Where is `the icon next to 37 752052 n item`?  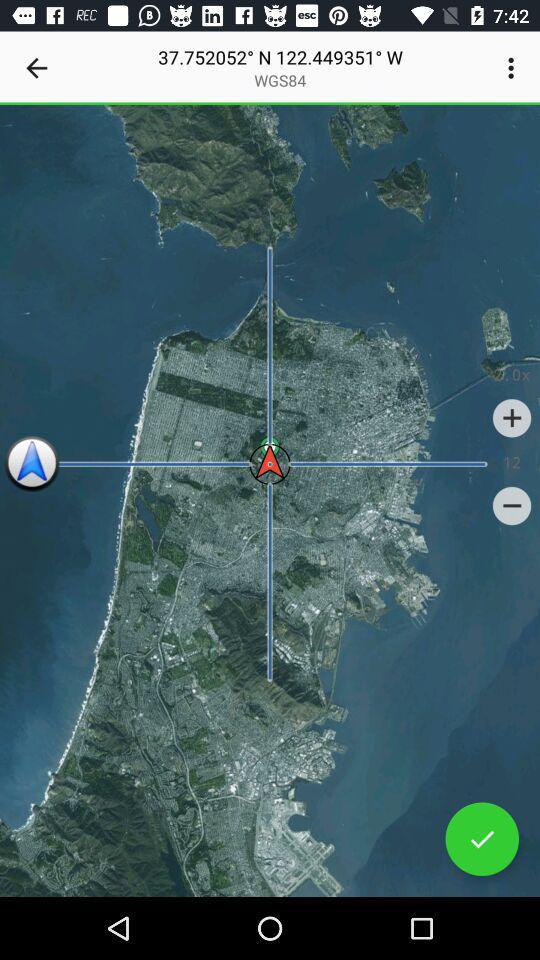 the icon next to 37 752052 n item is located at coordinates (513, 68).